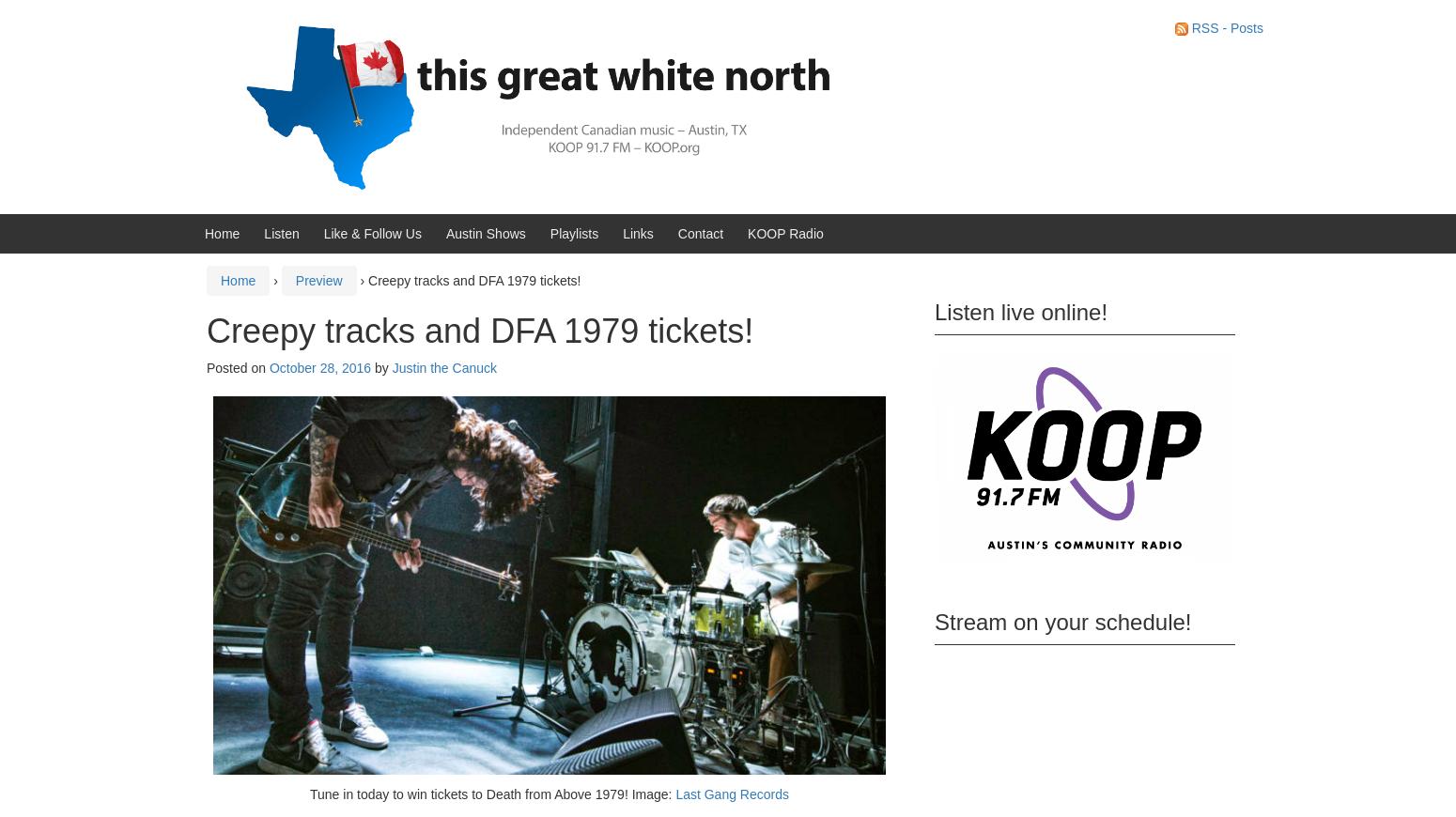  What do you see at coordinates (637, 233) in the screenshot?
I see `'Links'` at bounding box center [637, 233].